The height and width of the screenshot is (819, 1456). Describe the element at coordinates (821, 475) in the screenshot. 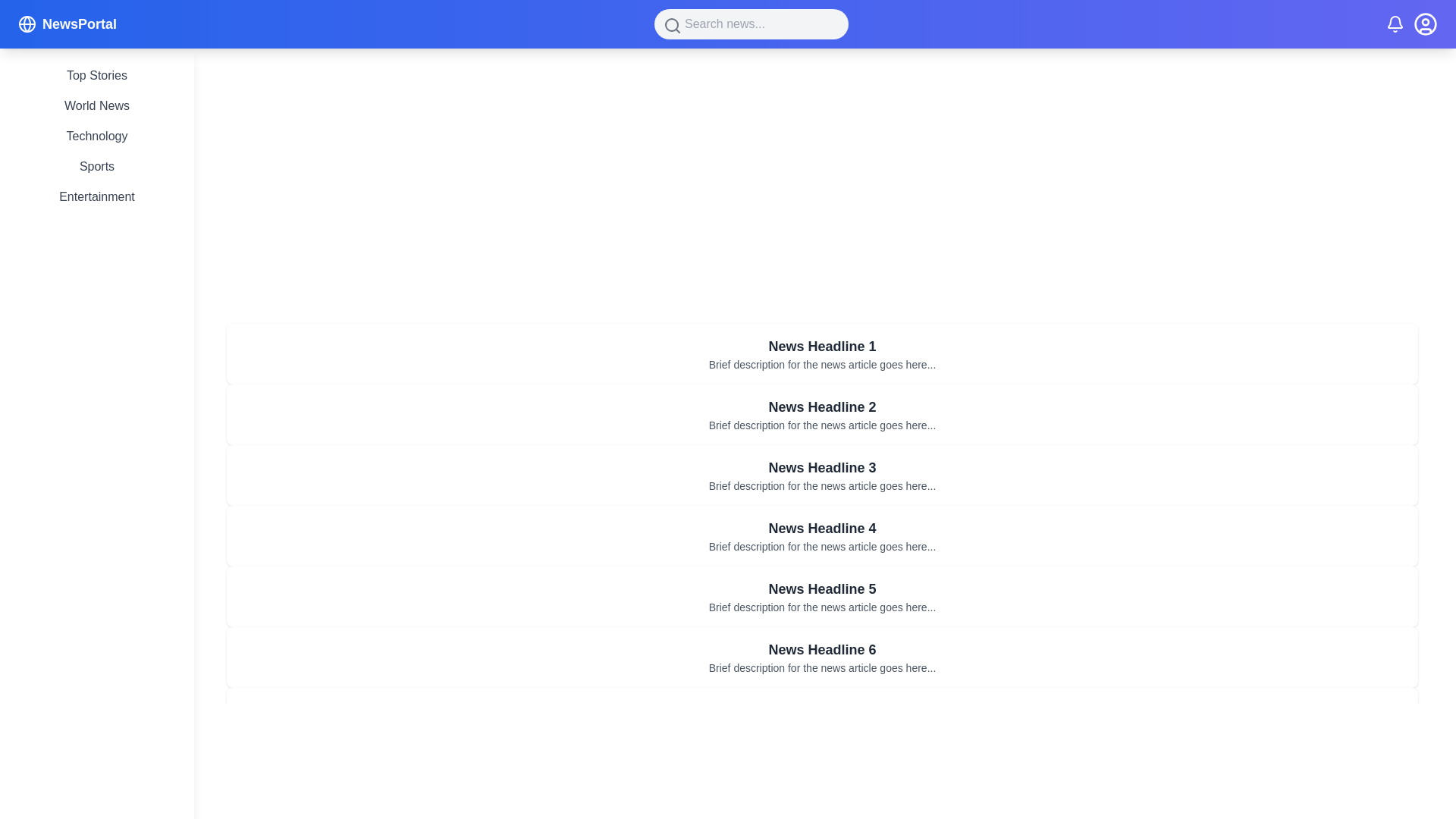

I see `the third news article card which displays a distinct news headline and a brief description, located centrally in the page layout` at that location.